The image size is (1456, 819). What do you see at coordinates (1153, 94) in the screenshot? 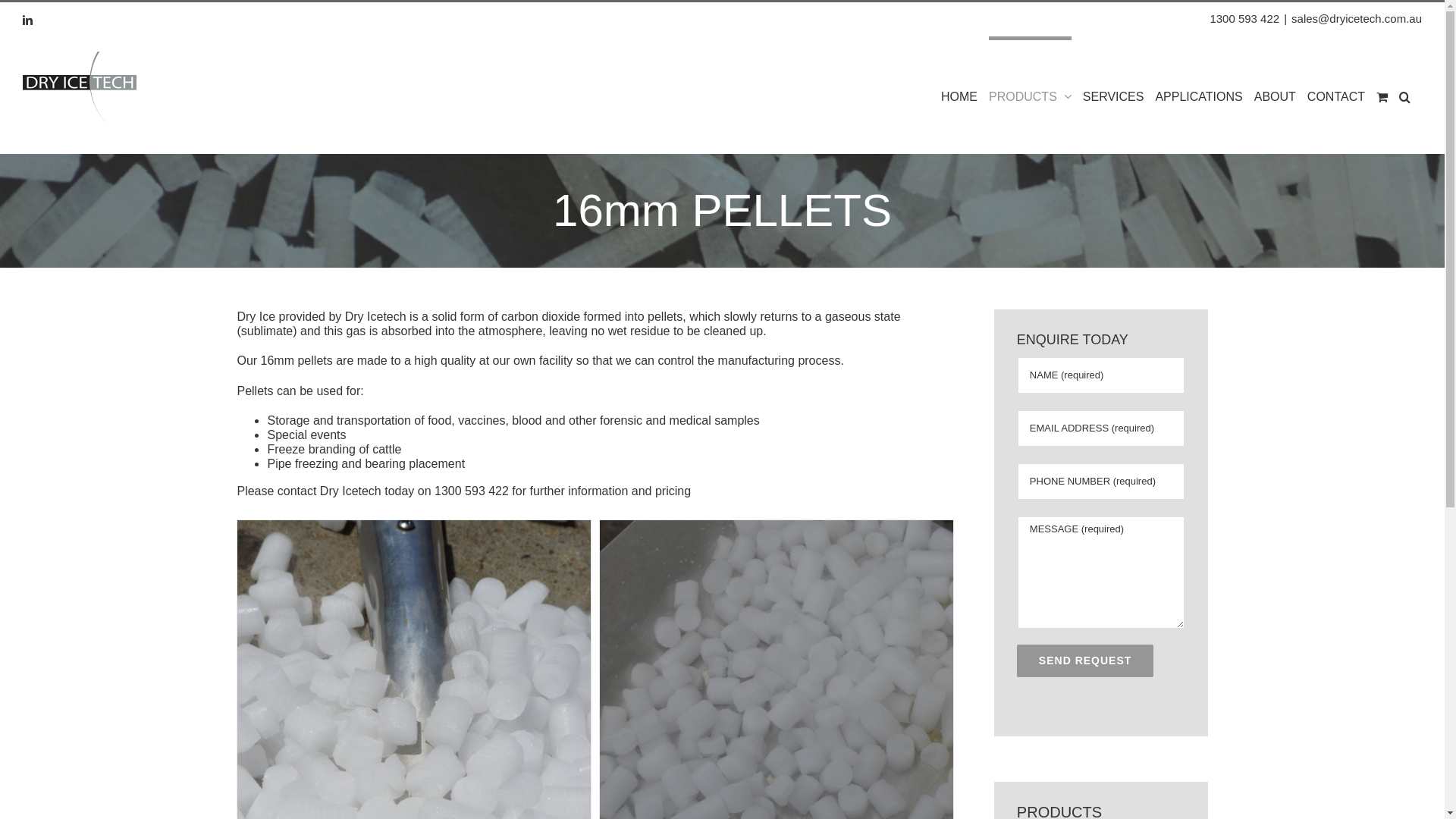
I see `'APPLICATIONS'` at bounding box center [1153, 94].